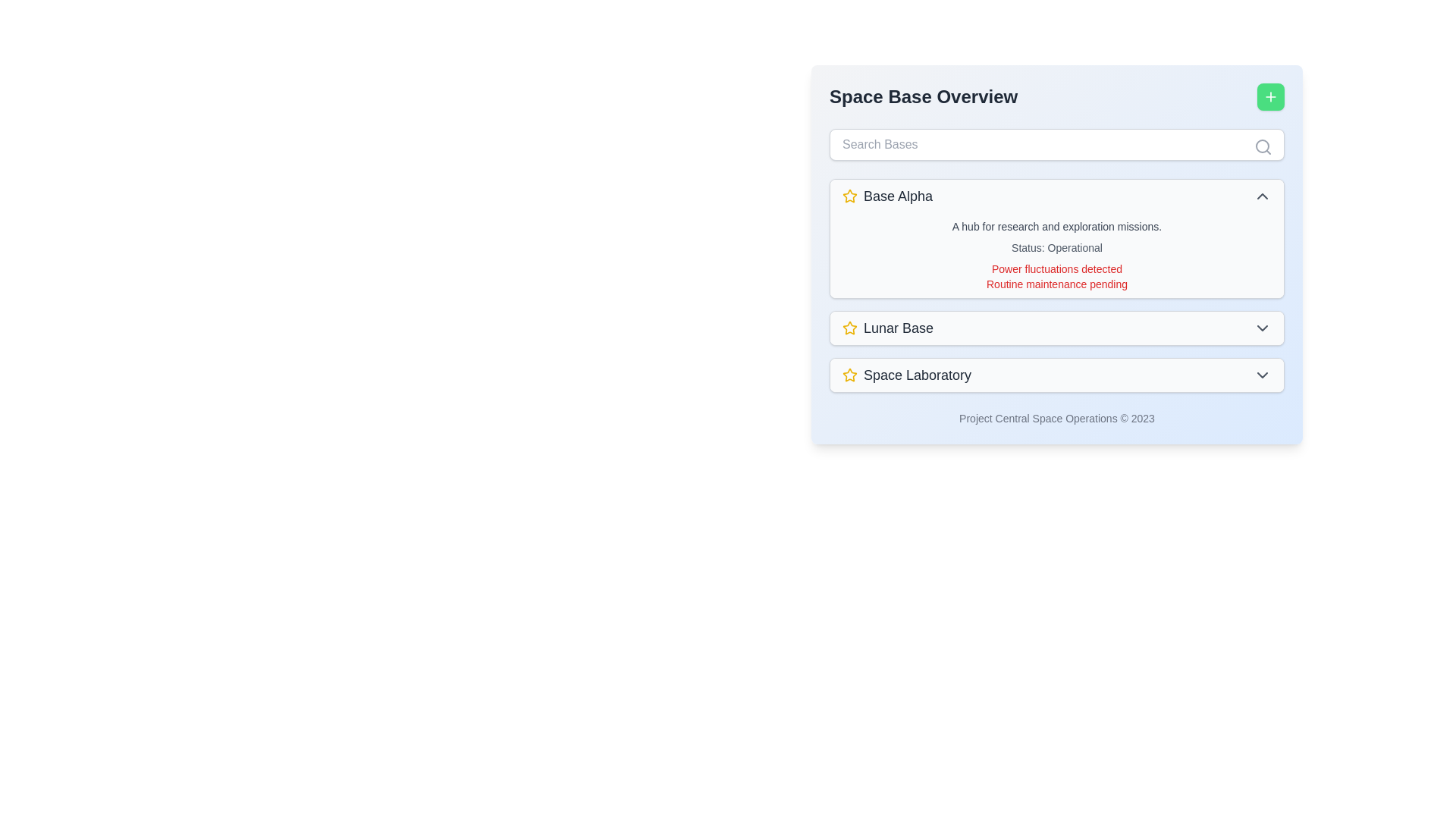  Describe the element at coordinates (1056, 247) in the screenshot. I see `the Text Label displaying 'Status: Operational' in gray font, which indicates the operational status of 'Base Alpha.'` at that location.